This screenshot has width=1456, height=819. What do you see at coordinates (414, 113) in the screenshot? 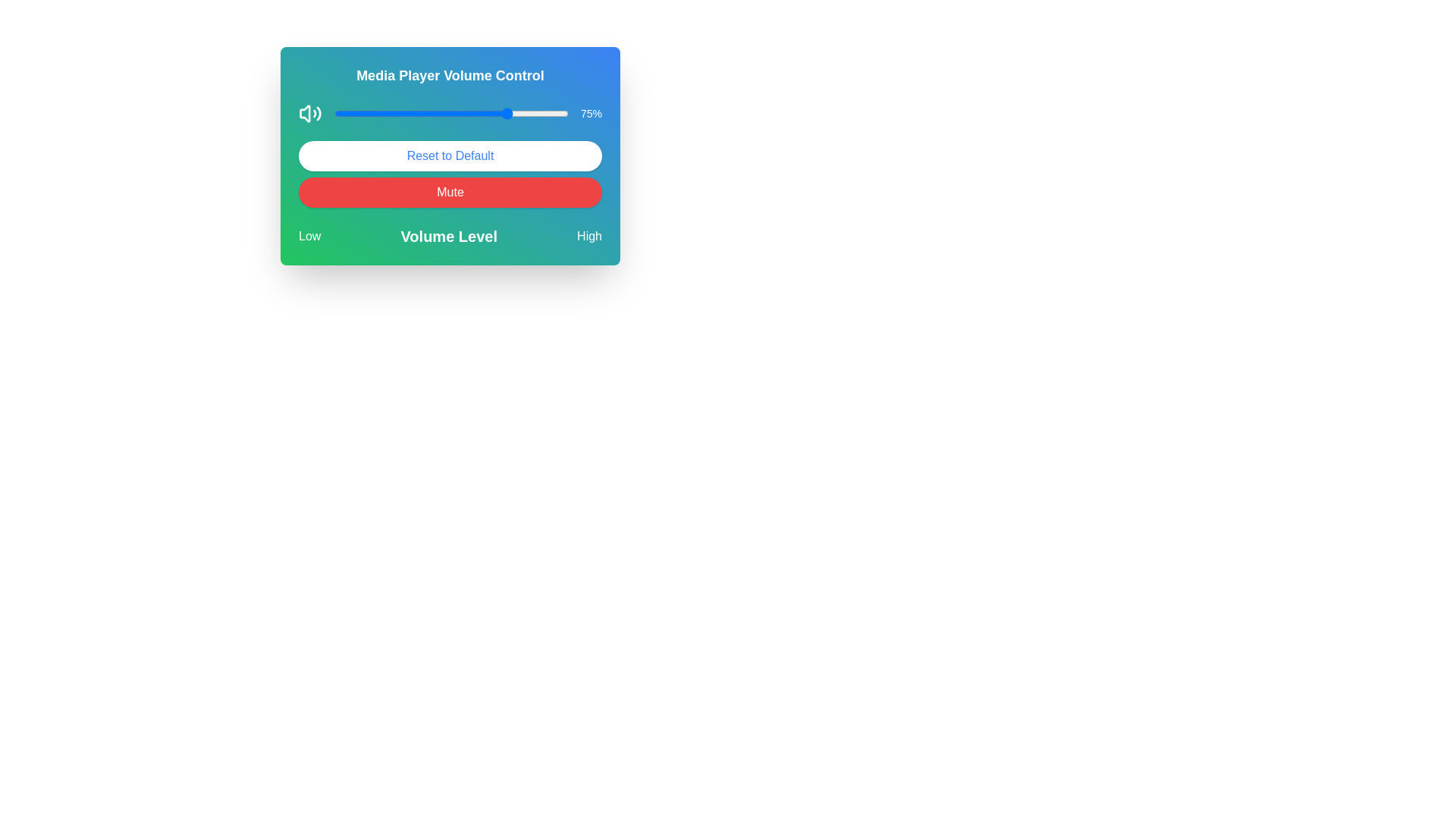
I see `the volume` at bounding box center [414, 113].